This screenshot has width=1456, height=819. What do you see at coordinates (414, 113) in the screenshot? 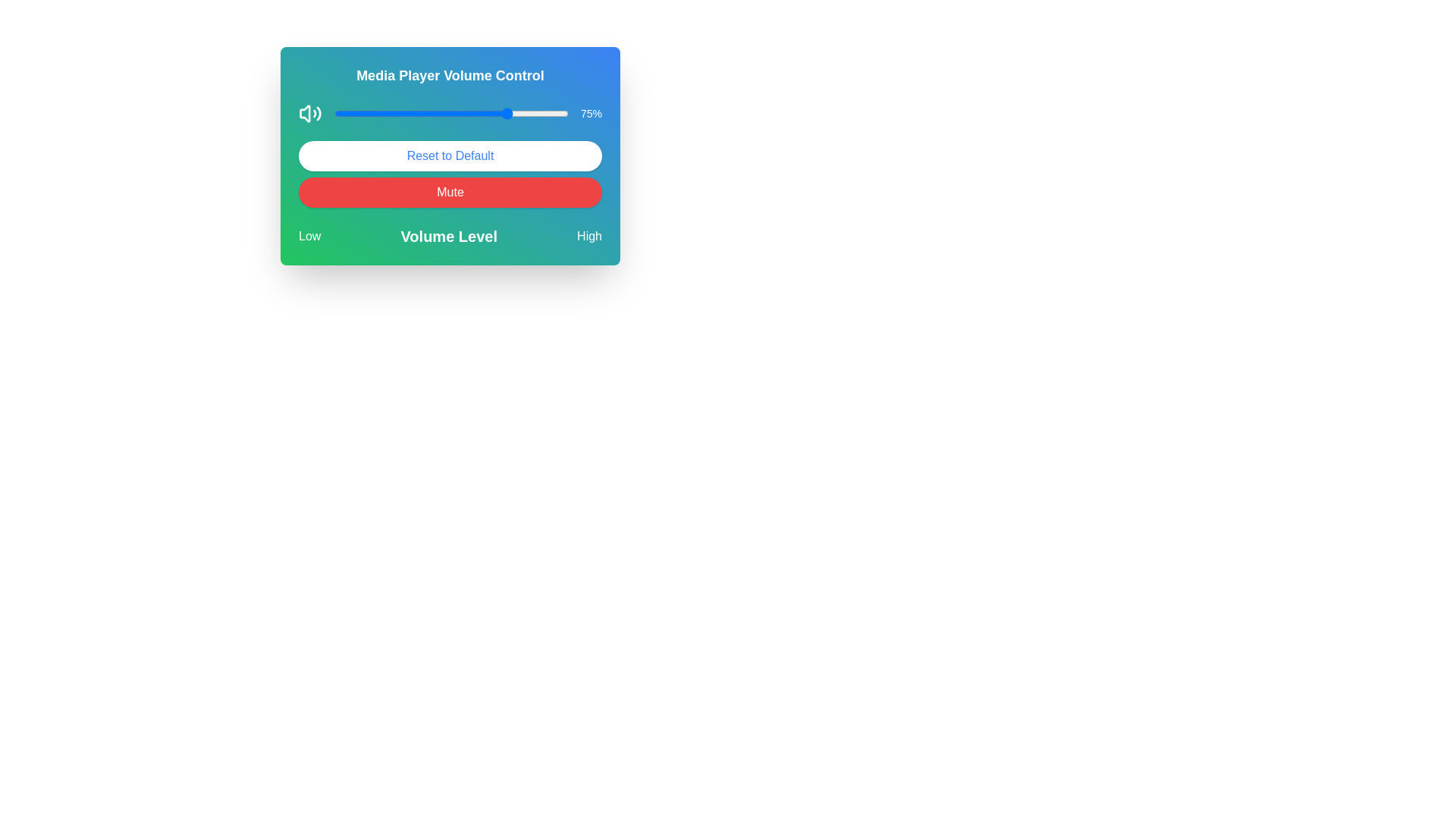
I see `the volume` at bounding box center [414, 113].